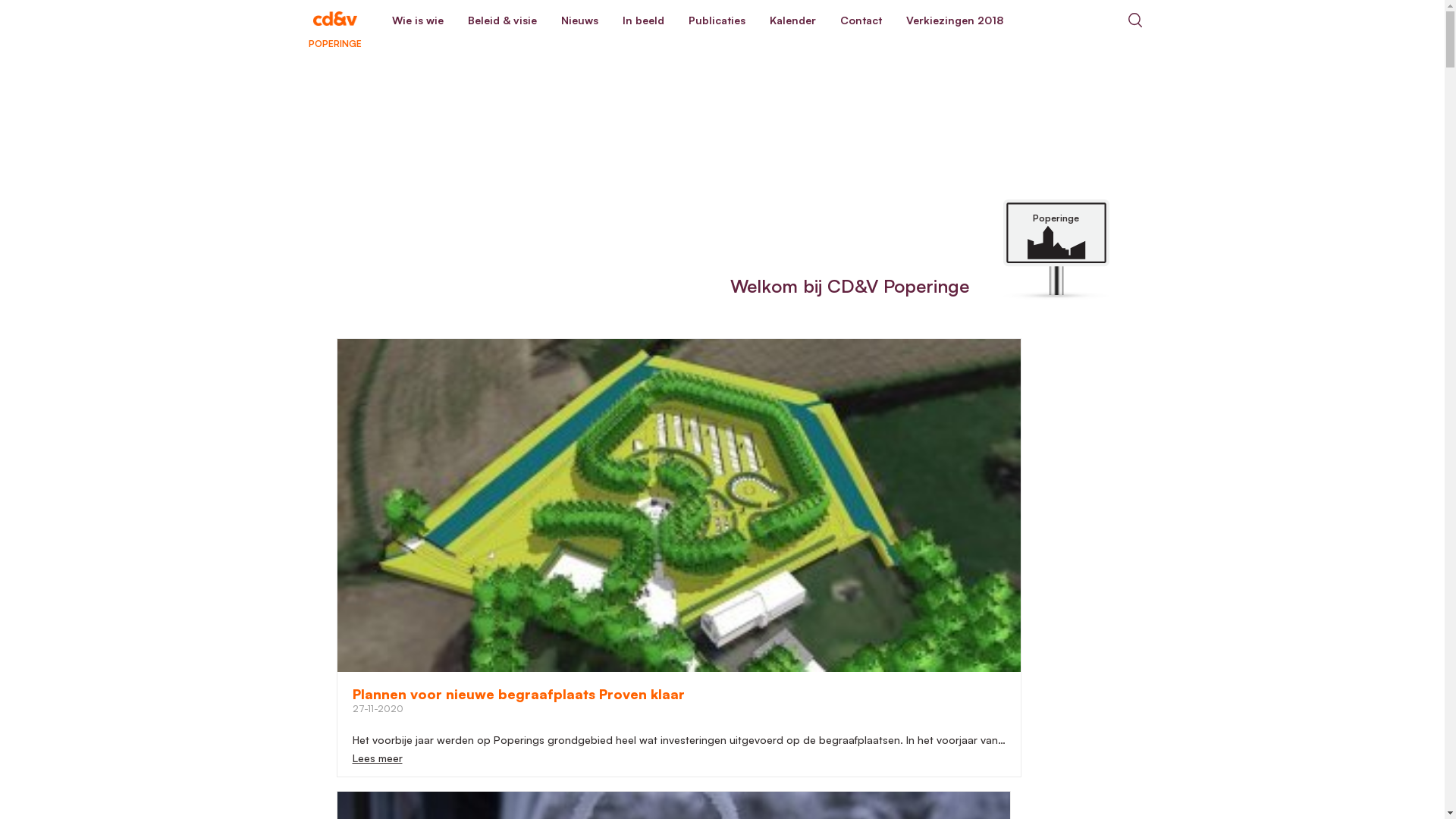 The height and width of the screenshot is (819, 1456). What do you see at coordinates (378, 20) in the screenshot?
I see `'Wie is wie'` at bounding box center [378, 20].